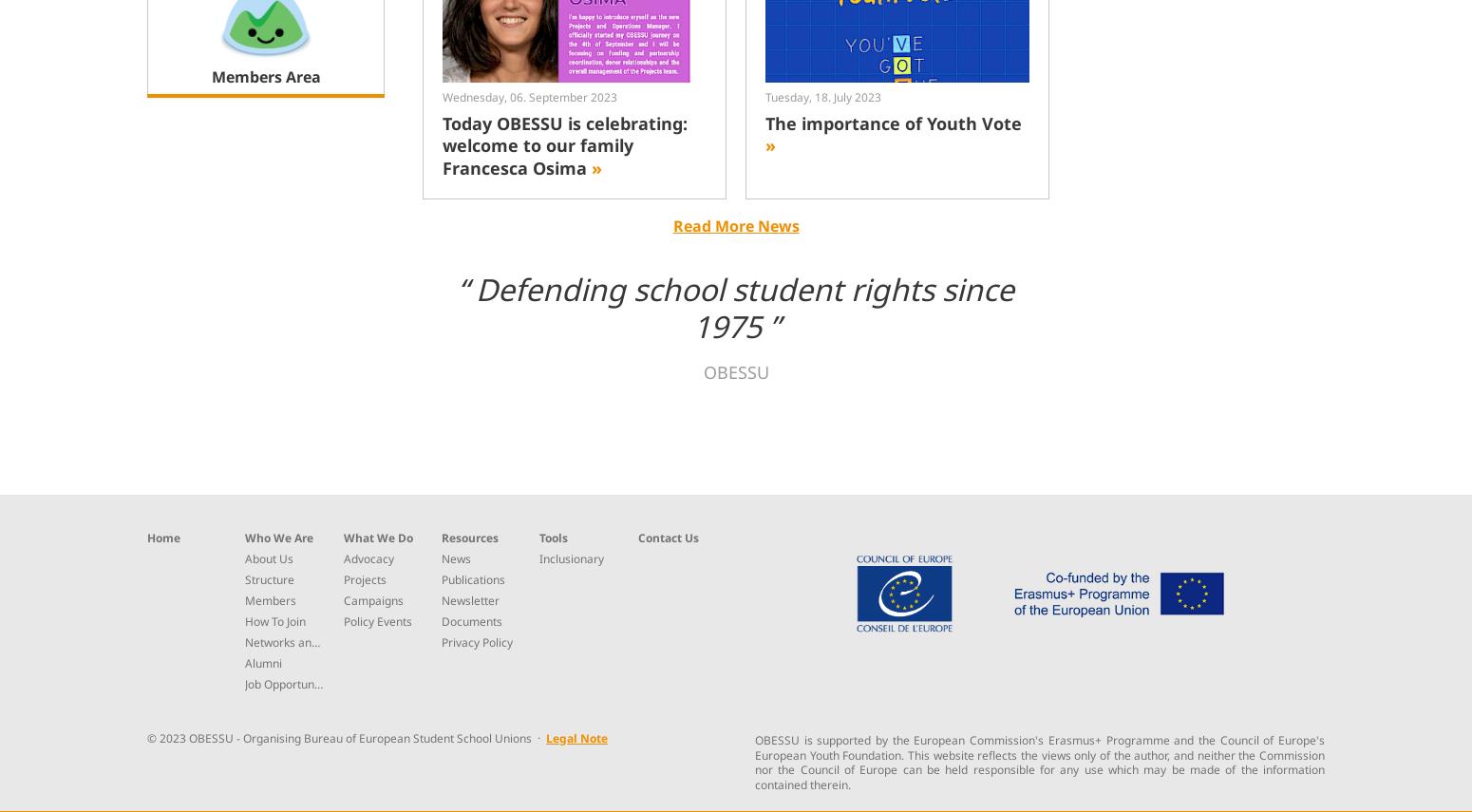 This screenshot has width=1472, height=812. Describe the element at coordinates (468, 598) in the screenshot. I see `'Newsletter'` at that location.